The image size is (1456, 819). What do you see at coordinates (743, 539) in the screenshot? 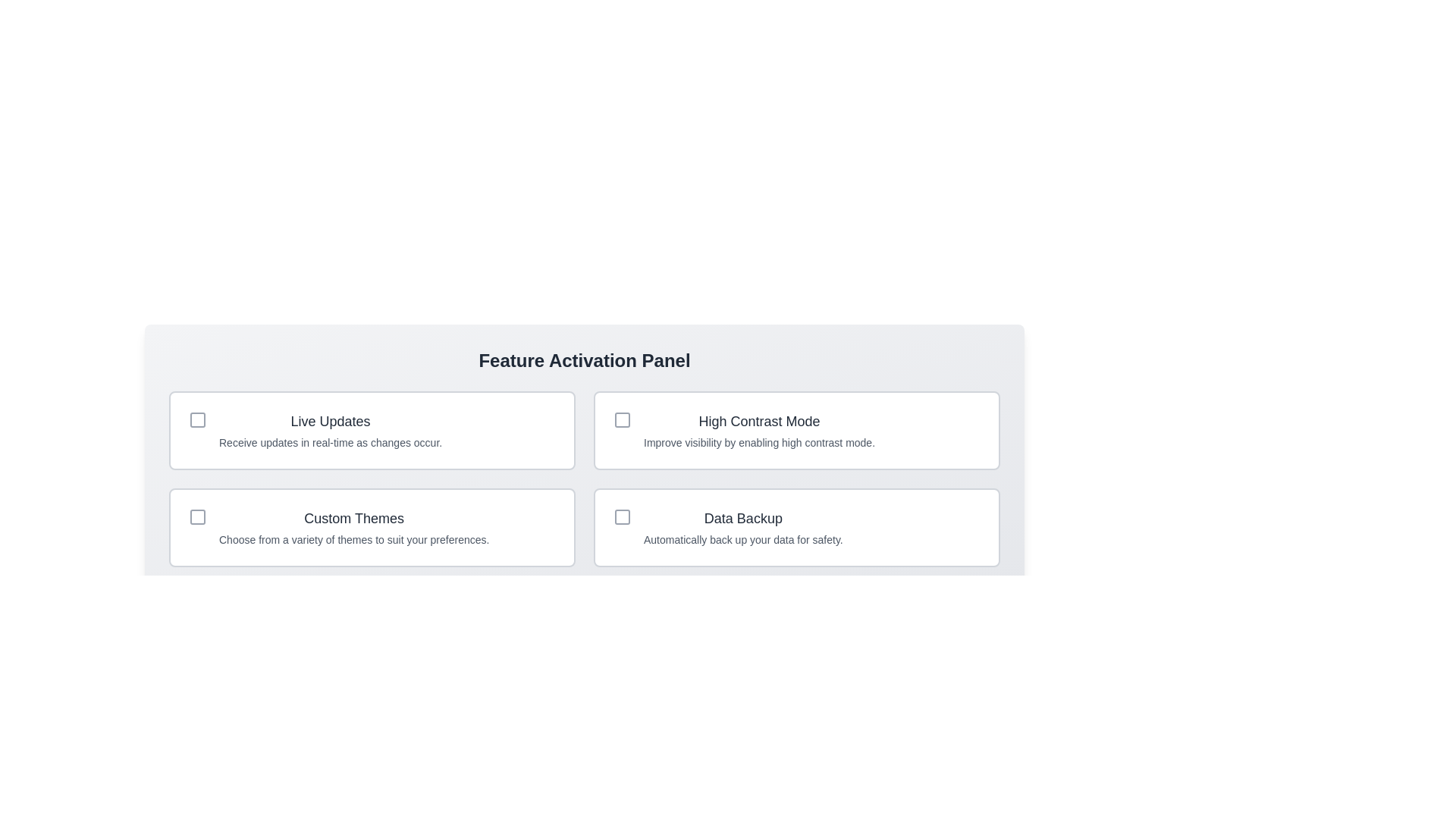
I see `the static text that reads 'Automatically back up your data for safety.' located below the bold title 'Data Backup.'` at bounding box center [743, 539].